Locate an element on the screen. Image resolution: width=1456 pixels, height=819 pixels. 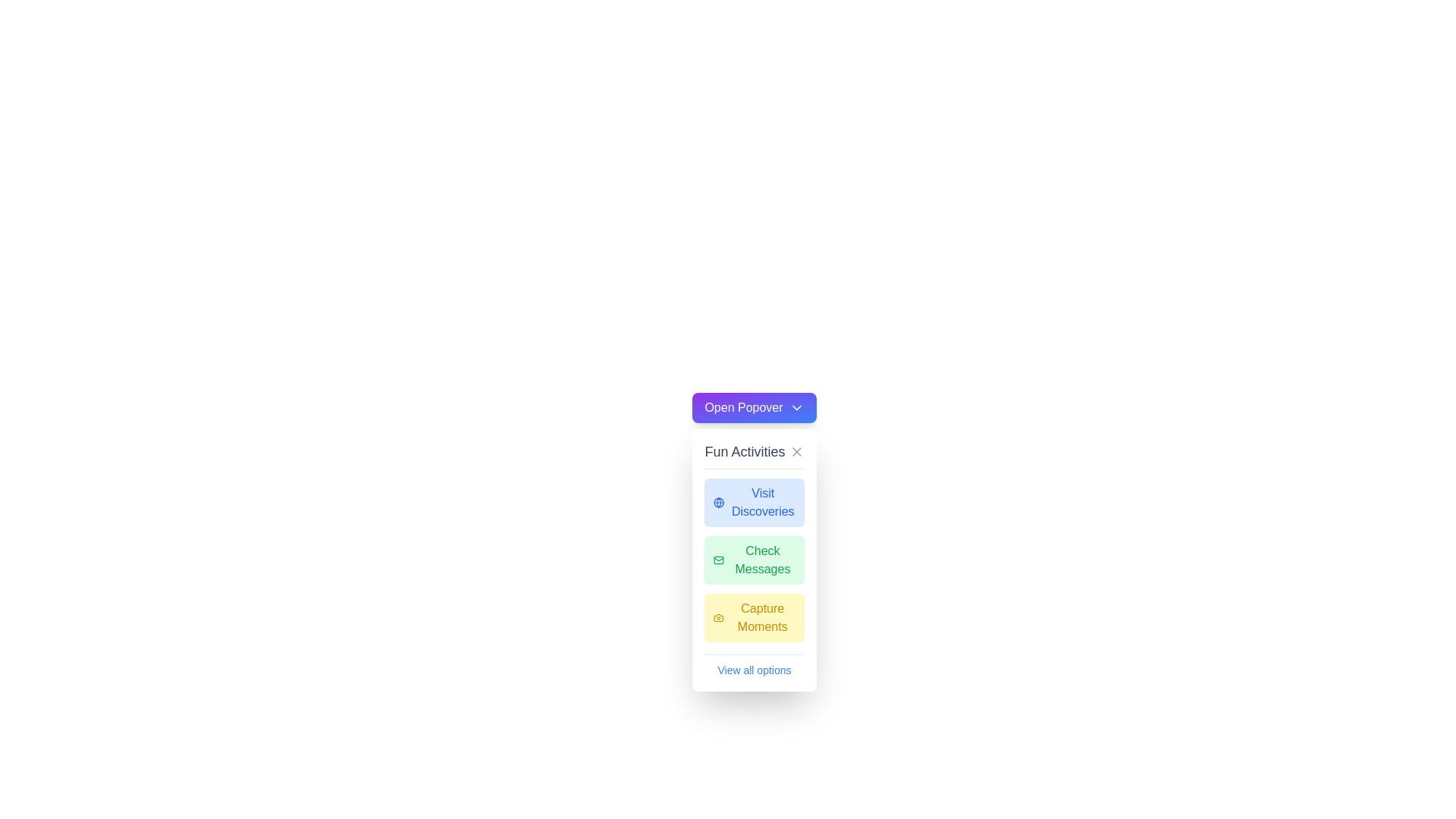
the 'Visit Discoveries' button, which is the uppermost button in the 'Fun Activities' group is located at coordinates (754, 503).